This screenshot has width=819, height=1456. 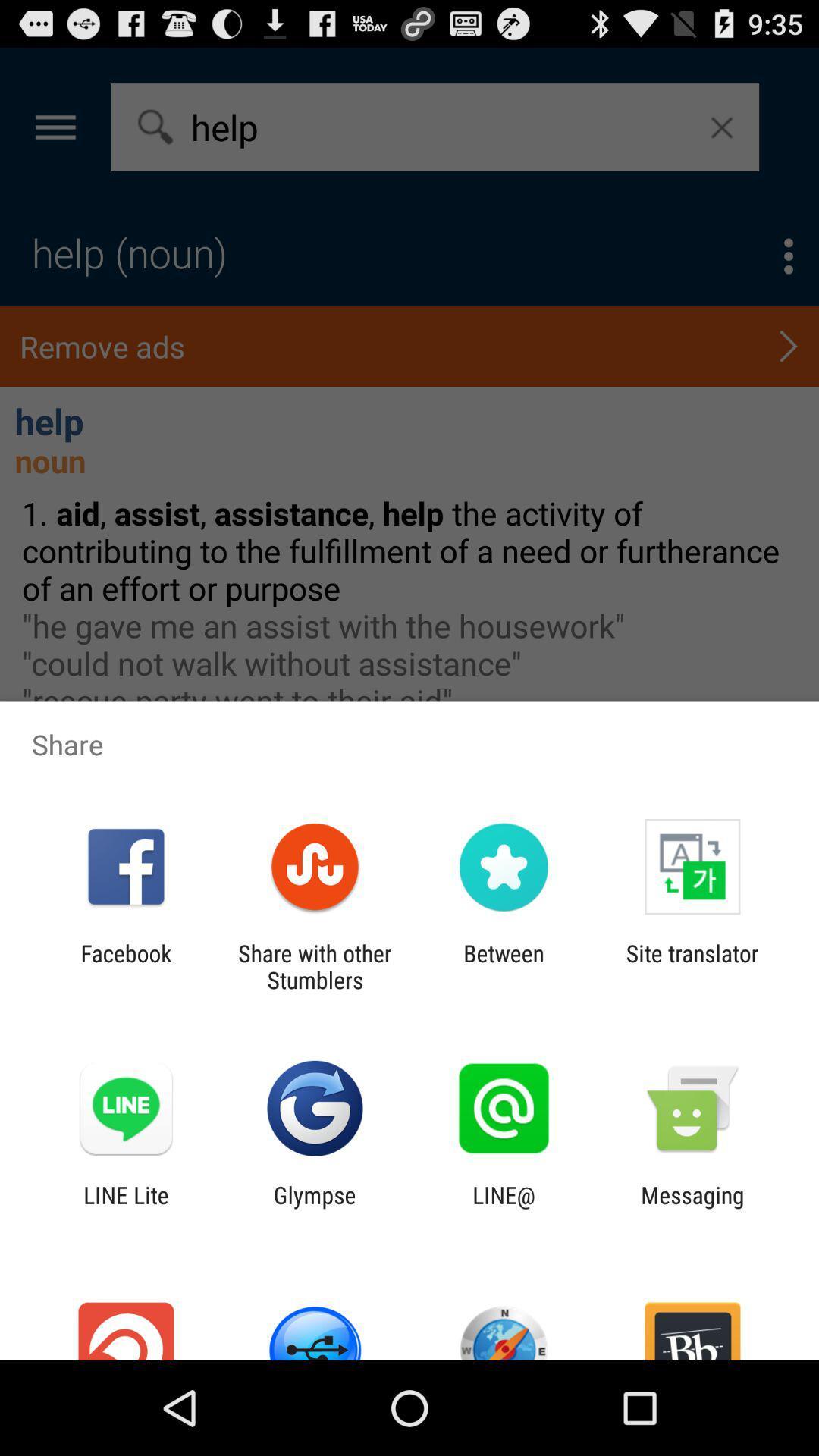 What do you see at coordinates (504, 966) in the screenshot?
I see `the between icon` at bounding box center [504, 966].